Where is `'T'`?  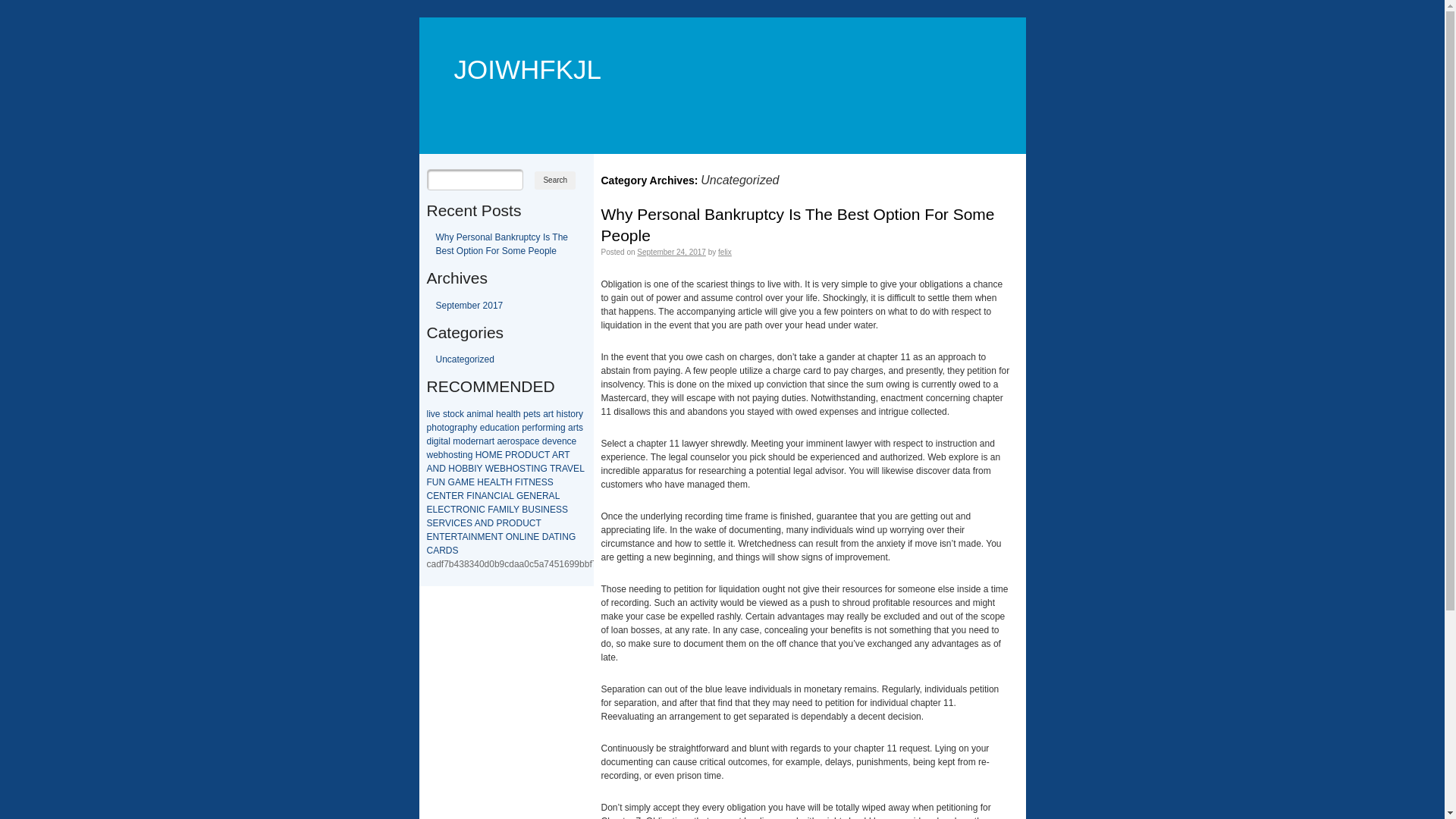
'T' is located at coordinates (500, 536).